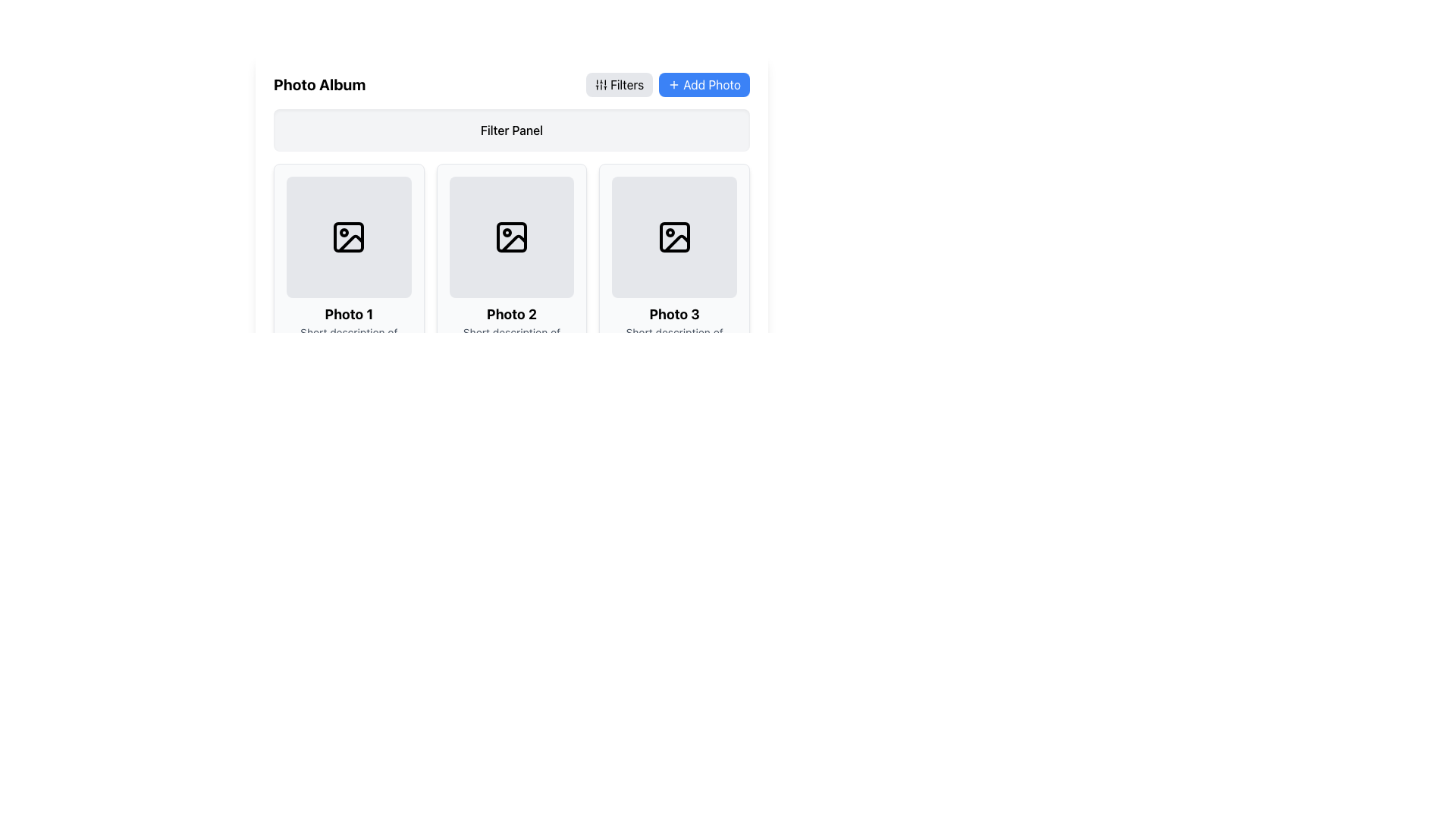 The height and width of the screenshot is (819, 1456). I want to click on the icon representing an image placeholder located, so click(512, 237).